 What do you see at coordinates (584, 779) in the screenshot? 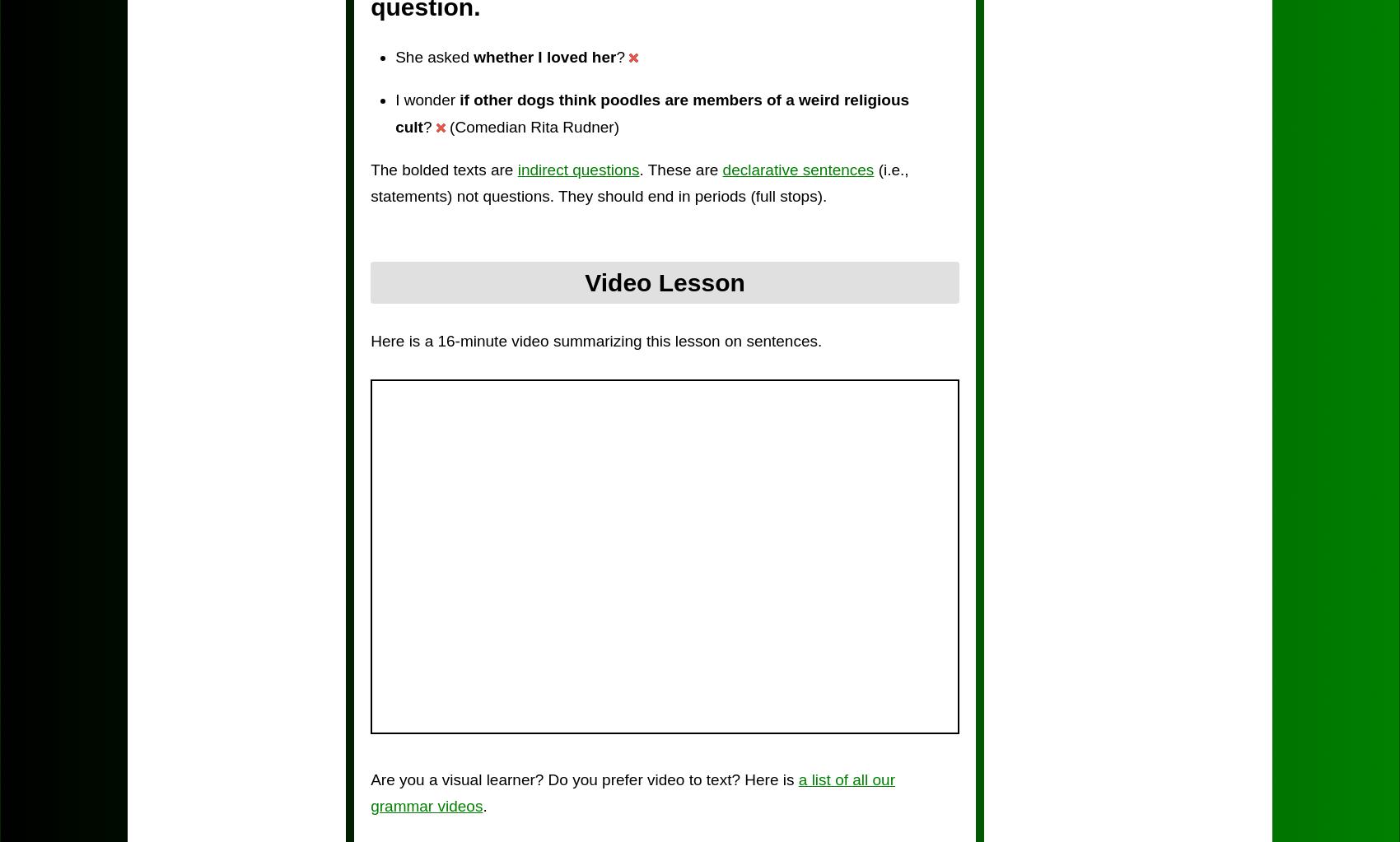
I see `'Are you a visual learner? Do you prefer video to text? Here is'` at bounding box center [584, 779].